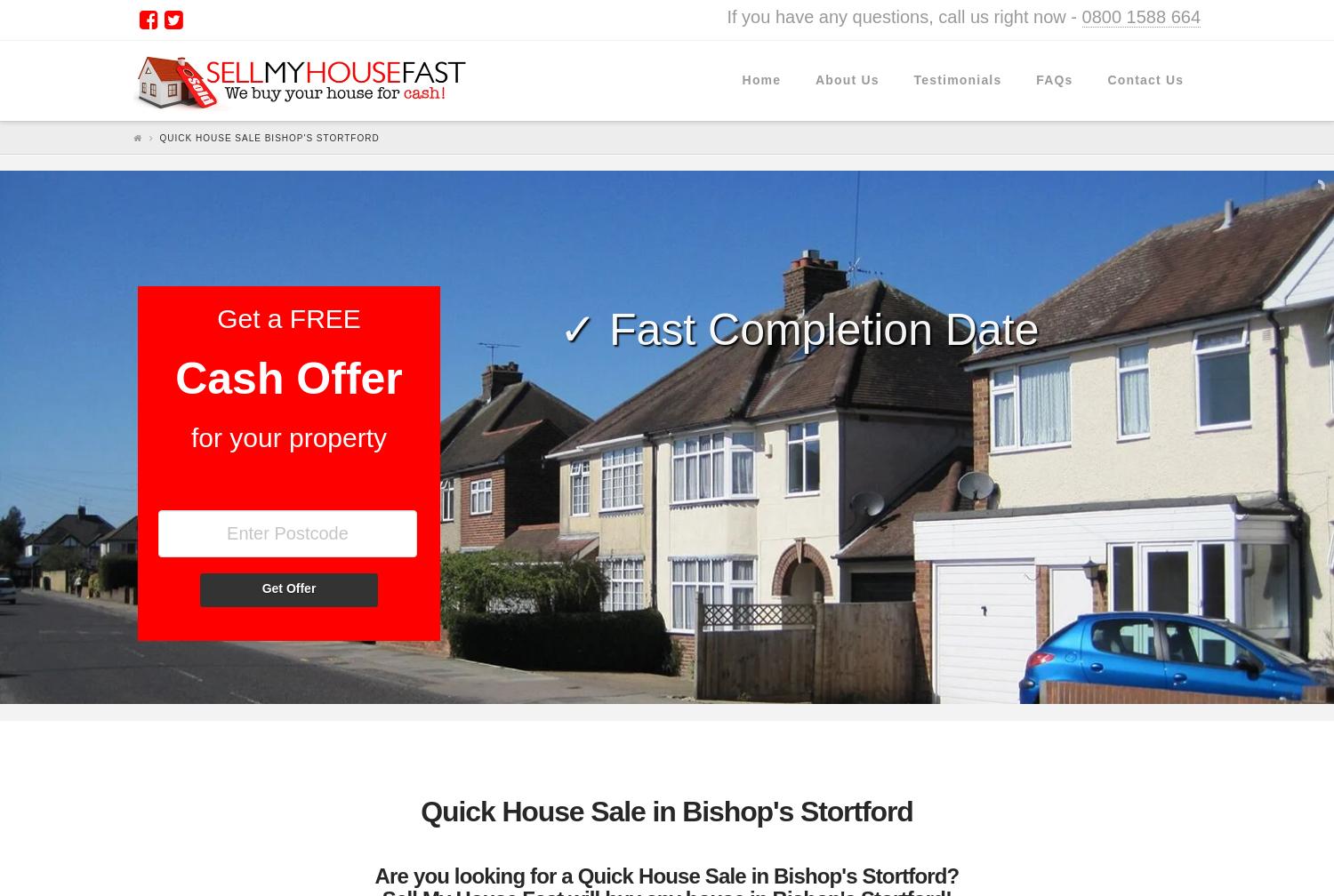  What do you see at coordinates (556, 396) in the screenshot?
I see `'✓ Guaranteed Cash Offer'` at bounding box center [556, 396].